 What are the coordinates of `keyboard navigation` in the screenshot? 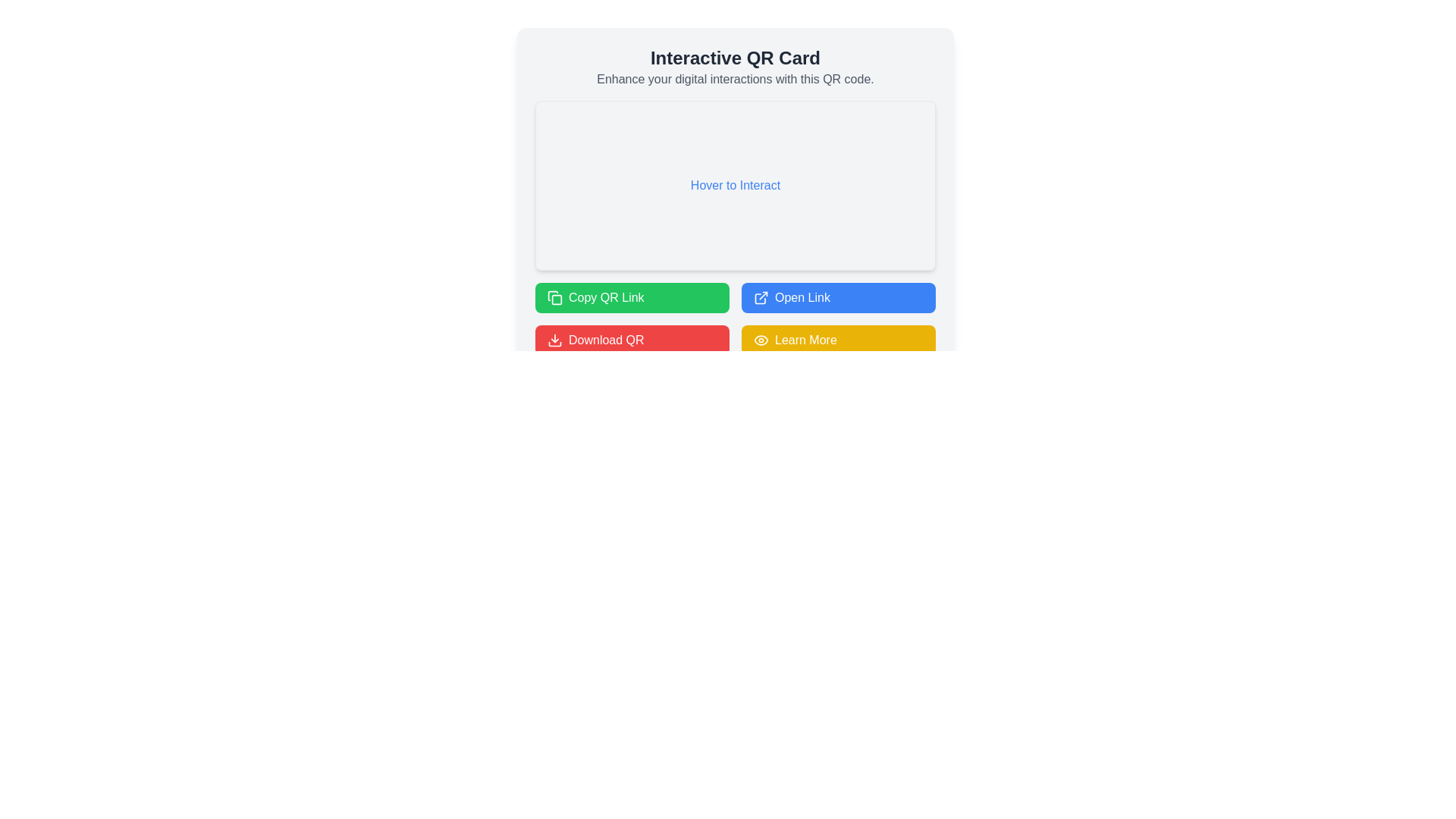 It's located at (837, 339).